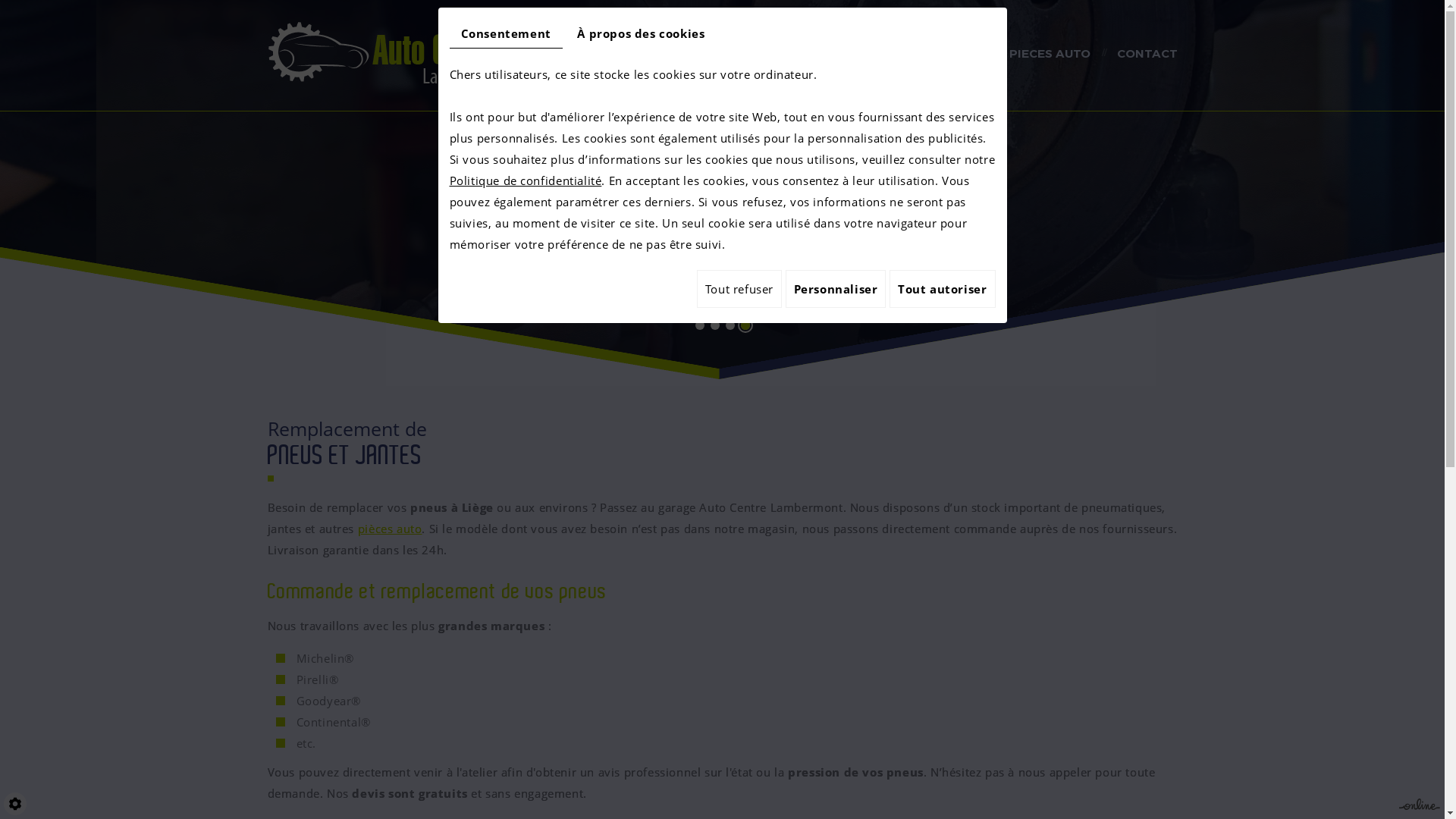 The image size is (1456, 819). Describe the element at coordinates (899, 55) in the screenshot. I see `'PNEUS'` at that location.